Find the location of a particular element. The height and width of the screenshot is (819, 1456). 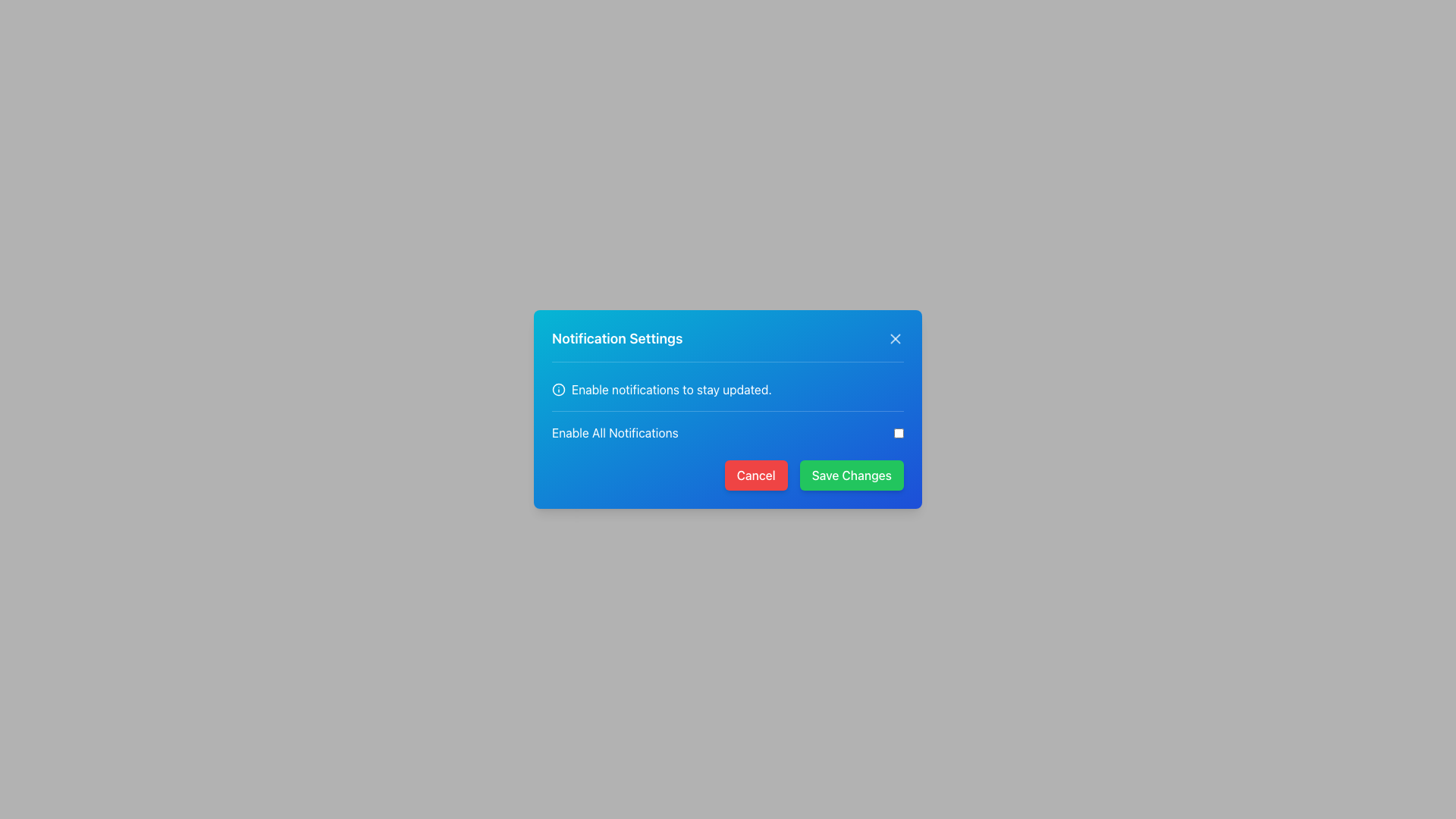

the 'Cancel' button located at the bottom-right of the 'Notification Settings' modal to abort changes is located at coordinates (728, 475).